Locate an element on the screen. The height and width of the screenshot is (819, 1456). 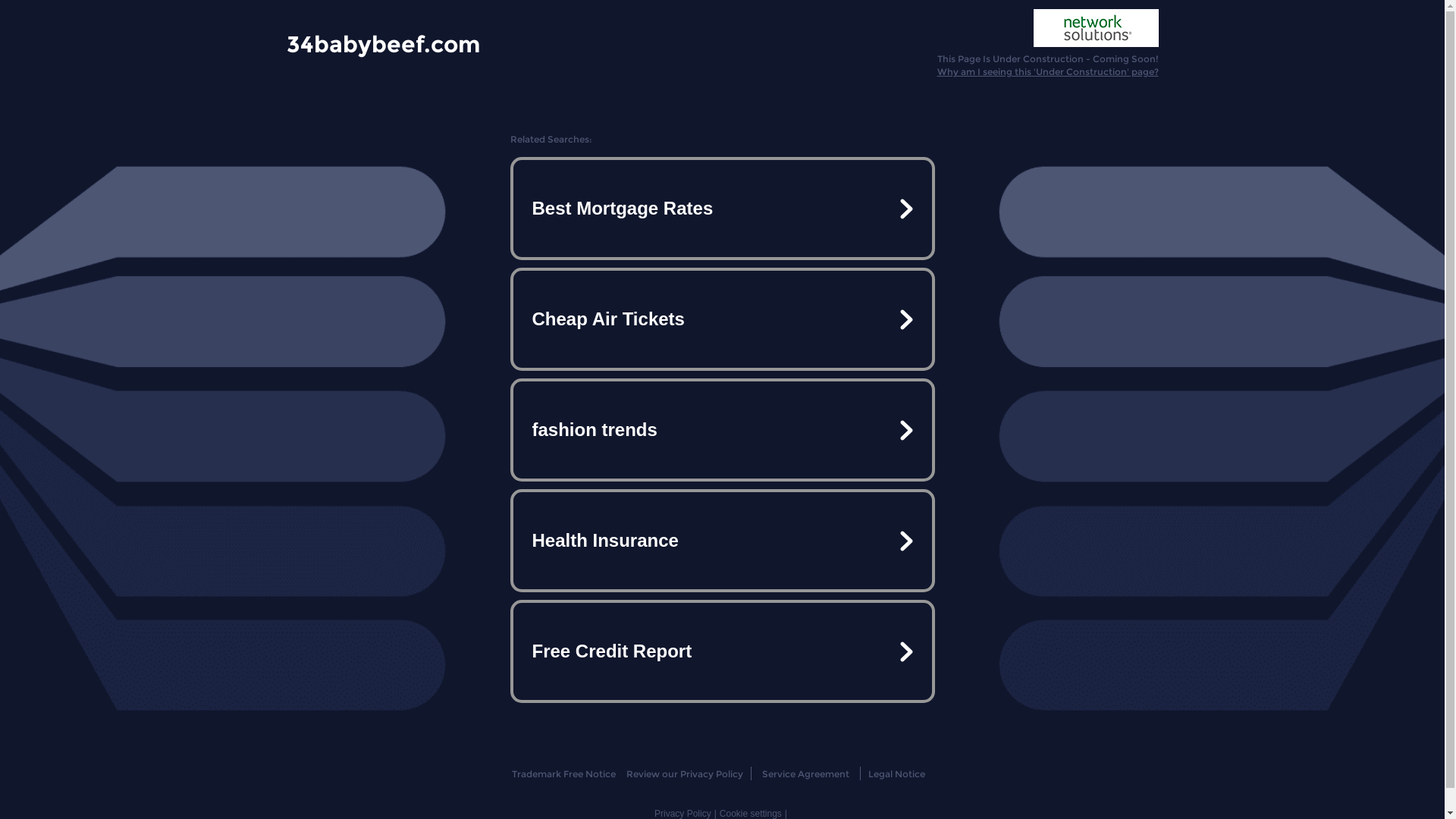
'34babybeef.com' is located at coordinates (383, 42).